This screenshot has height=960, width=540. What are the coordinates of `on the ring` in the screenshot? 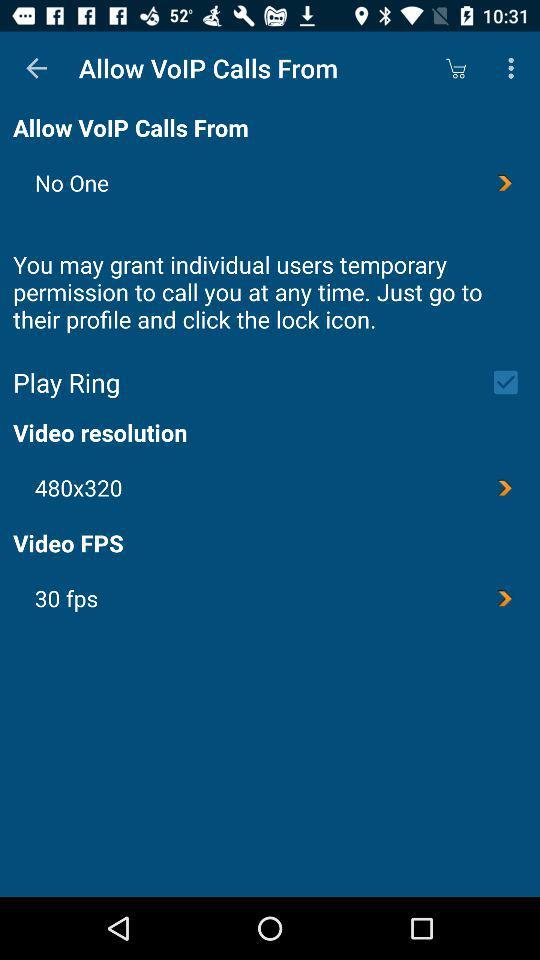 It's located at (512, 381).